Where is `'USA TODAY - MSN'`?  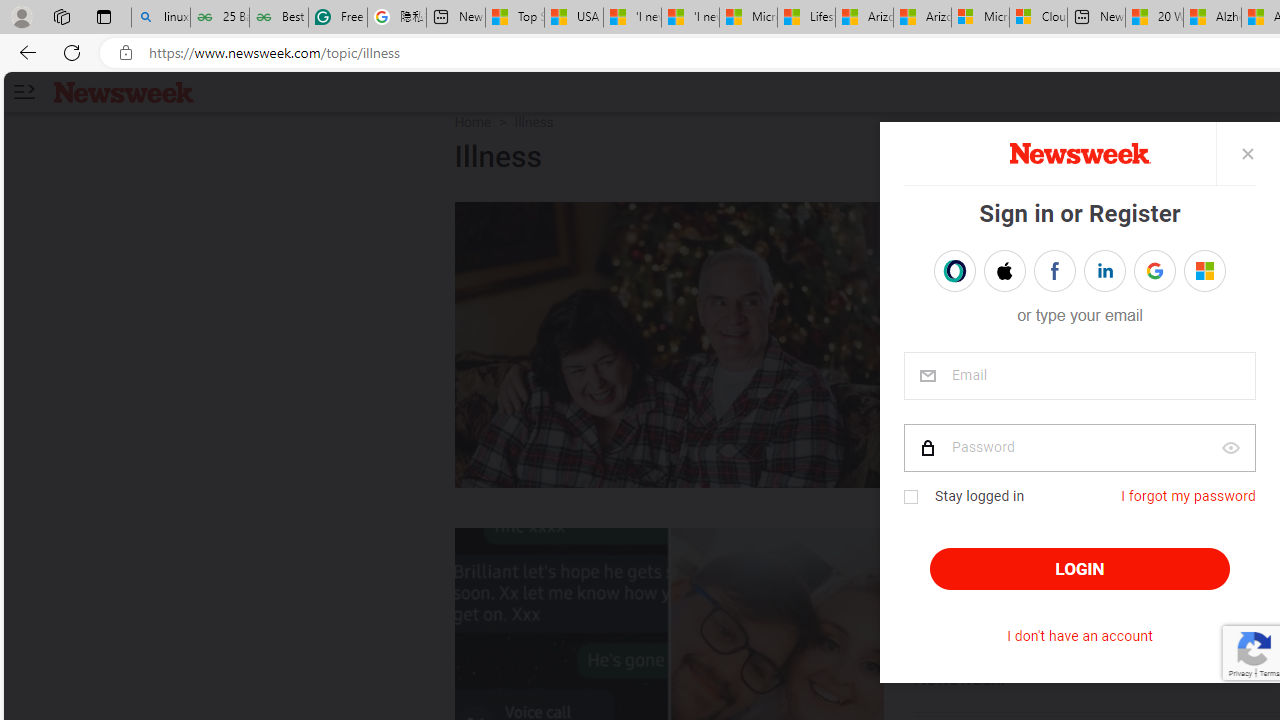
'USA TODAY - MSN' is located at coordinates (573, 17).